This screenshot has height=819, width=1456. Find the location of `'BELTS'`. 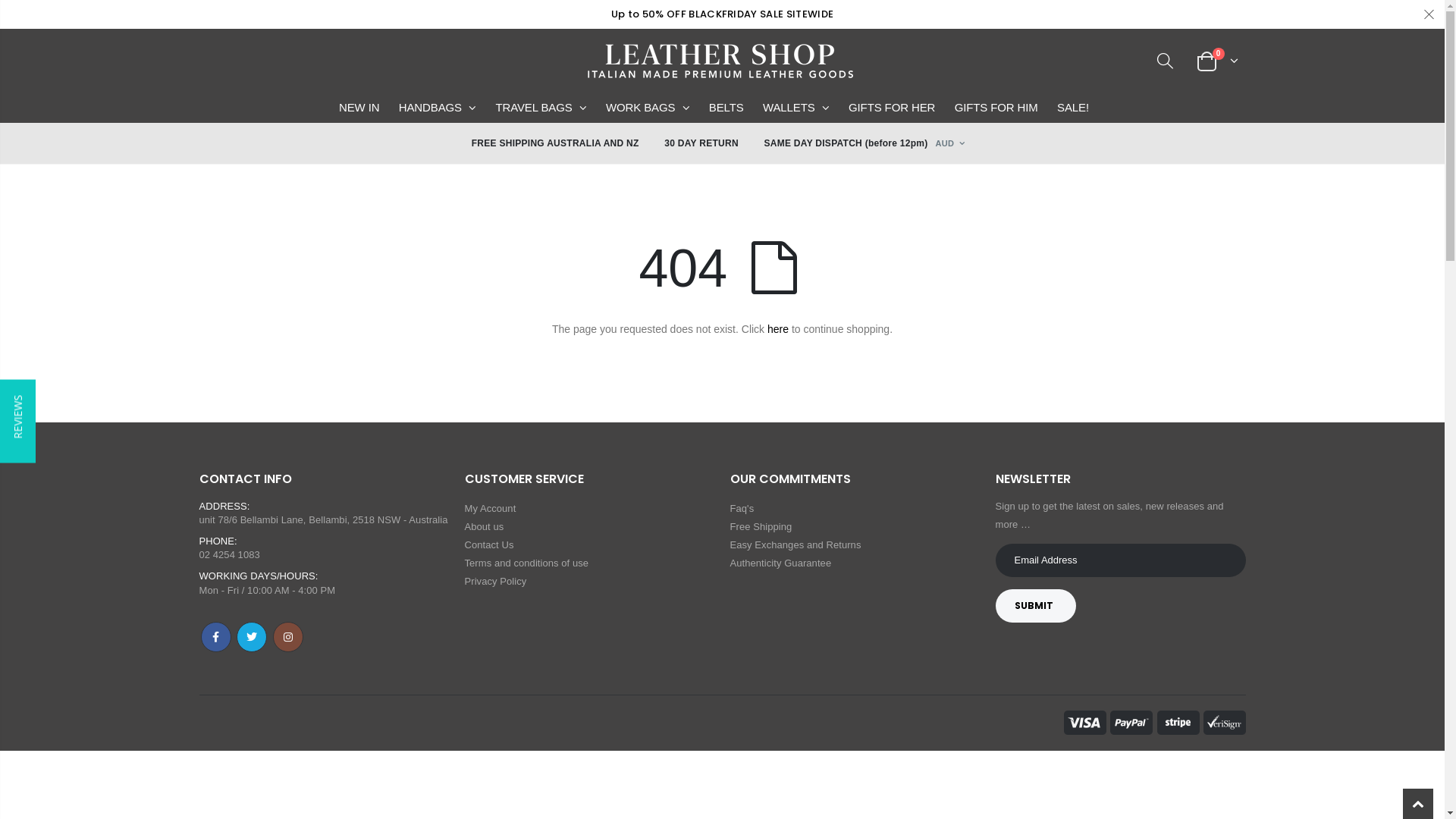

'BELTS' is located at coordinates (735, 102).